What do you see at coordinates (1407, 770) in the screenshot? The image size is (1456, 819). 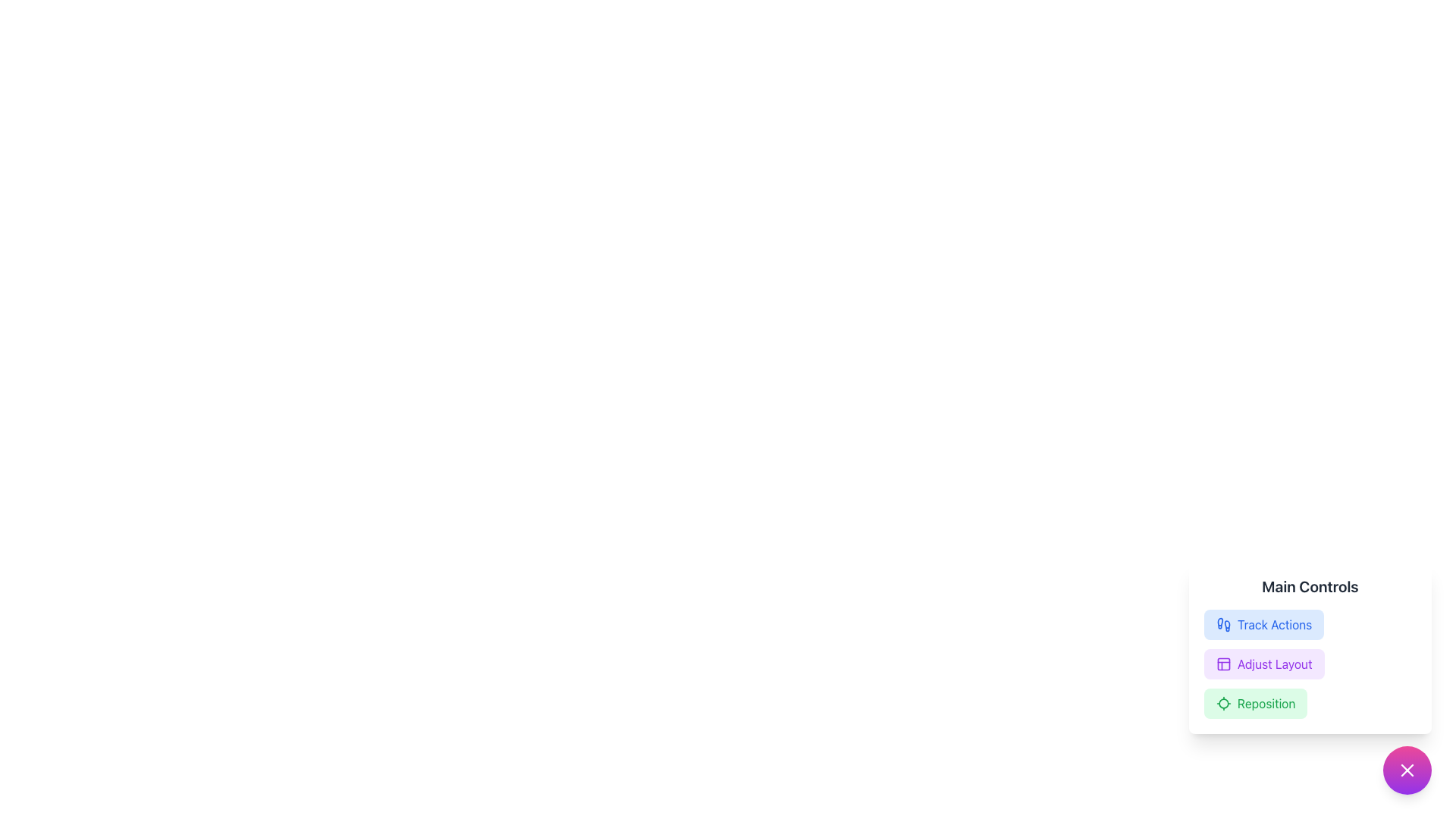 I see `the 'X' icon, which is a small minimalist icon with a thin white stroke, located at the center of a circular pink-purple gradient button in the bottom-right corner of the interface, to possibly receive visual feedback` at bounding box center [1407, 770].